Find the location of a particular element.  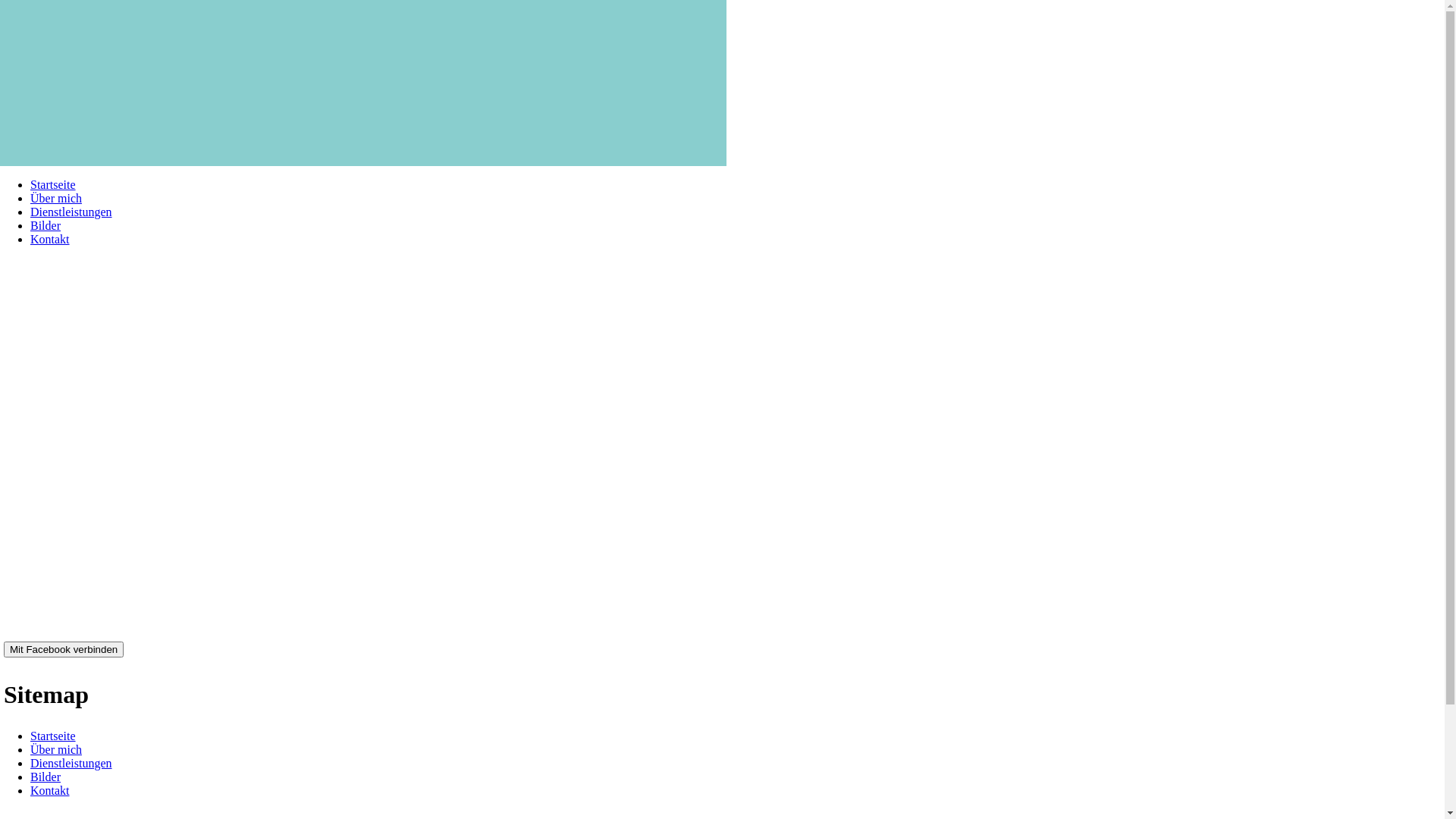

'Dienstleistungen' is located at coordinates (71, 763).